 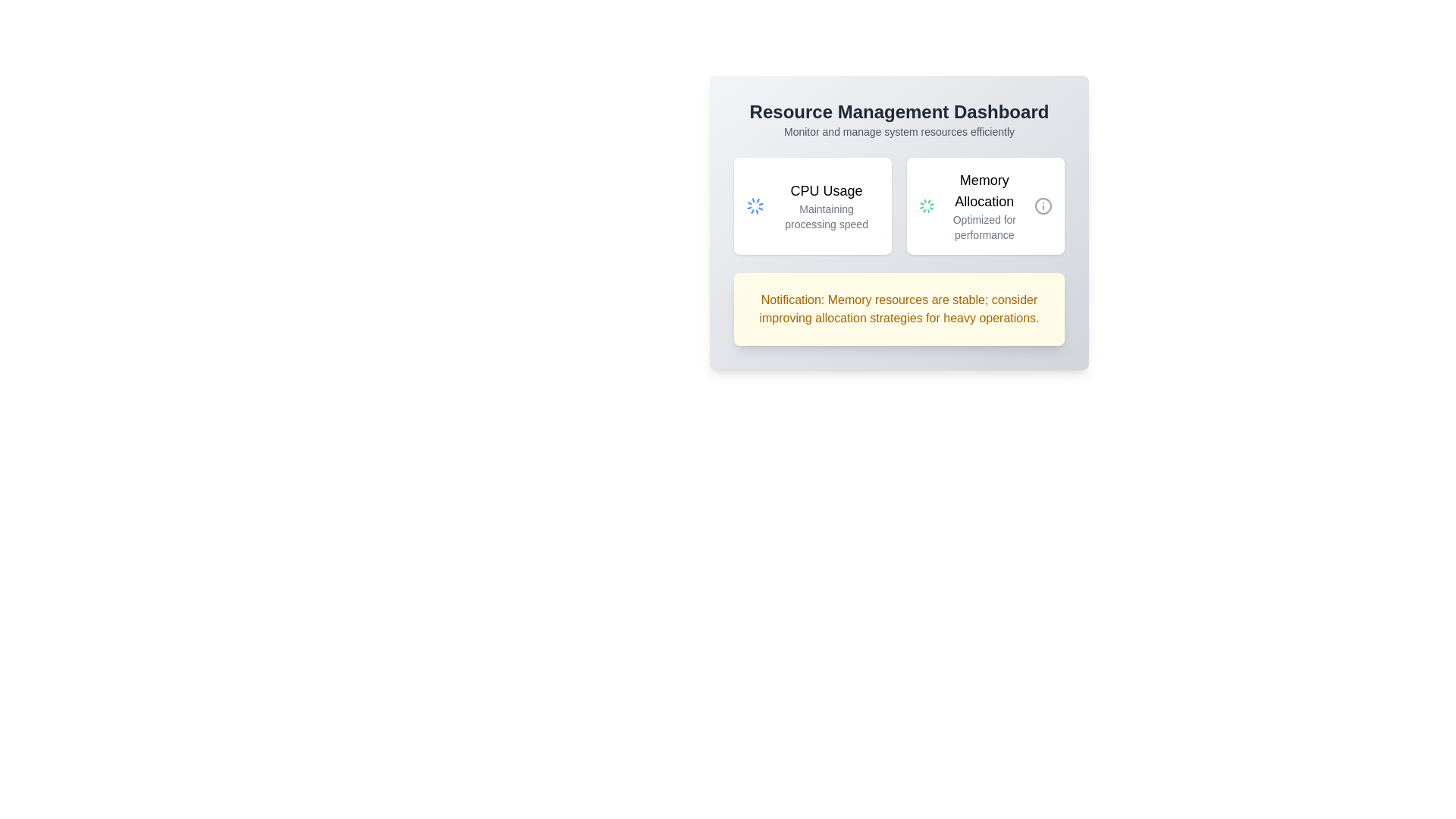 What do you see at coordinates (986, 206) in the screenshot?
I see `the spinning icon on the informational card related to memory allocation, which is the second card from the left in the Resource Management Dashboard, to check for activity indication` at bounding box center [986, 206].